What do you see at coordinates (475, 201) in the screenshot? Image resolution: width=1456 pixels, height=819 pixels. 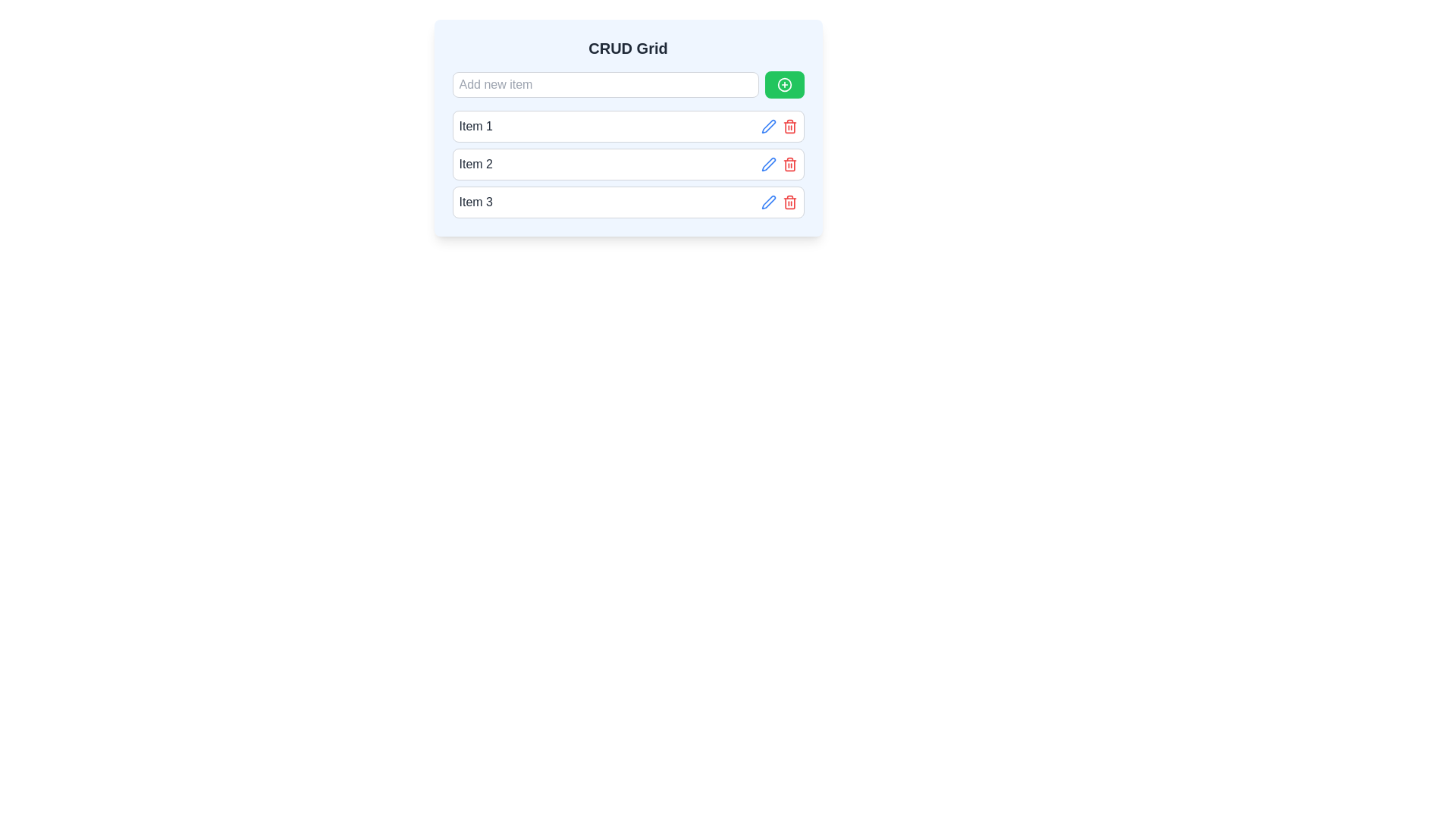 I see `the text block that serves as a label for the third item in the CRUD grid interface, positioned on the left side of the third row` at bounding box center [475, 201].